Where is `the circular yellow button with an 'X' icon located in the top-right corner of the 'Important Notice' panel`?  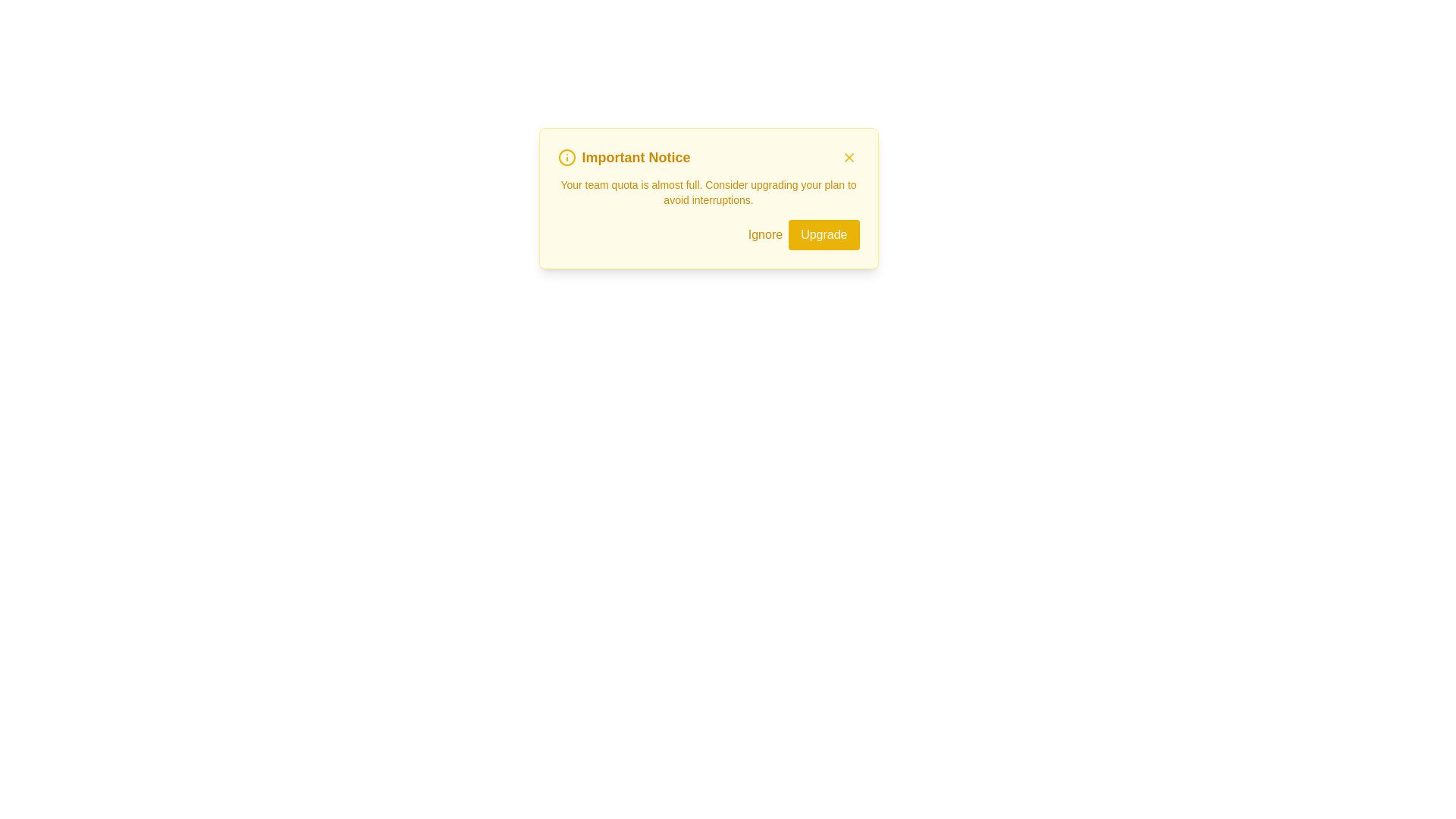
the circular yellow button with an 'X' icon located in the top-right corner of the 'Important Notice' panel is located at coordinates (848, 158).